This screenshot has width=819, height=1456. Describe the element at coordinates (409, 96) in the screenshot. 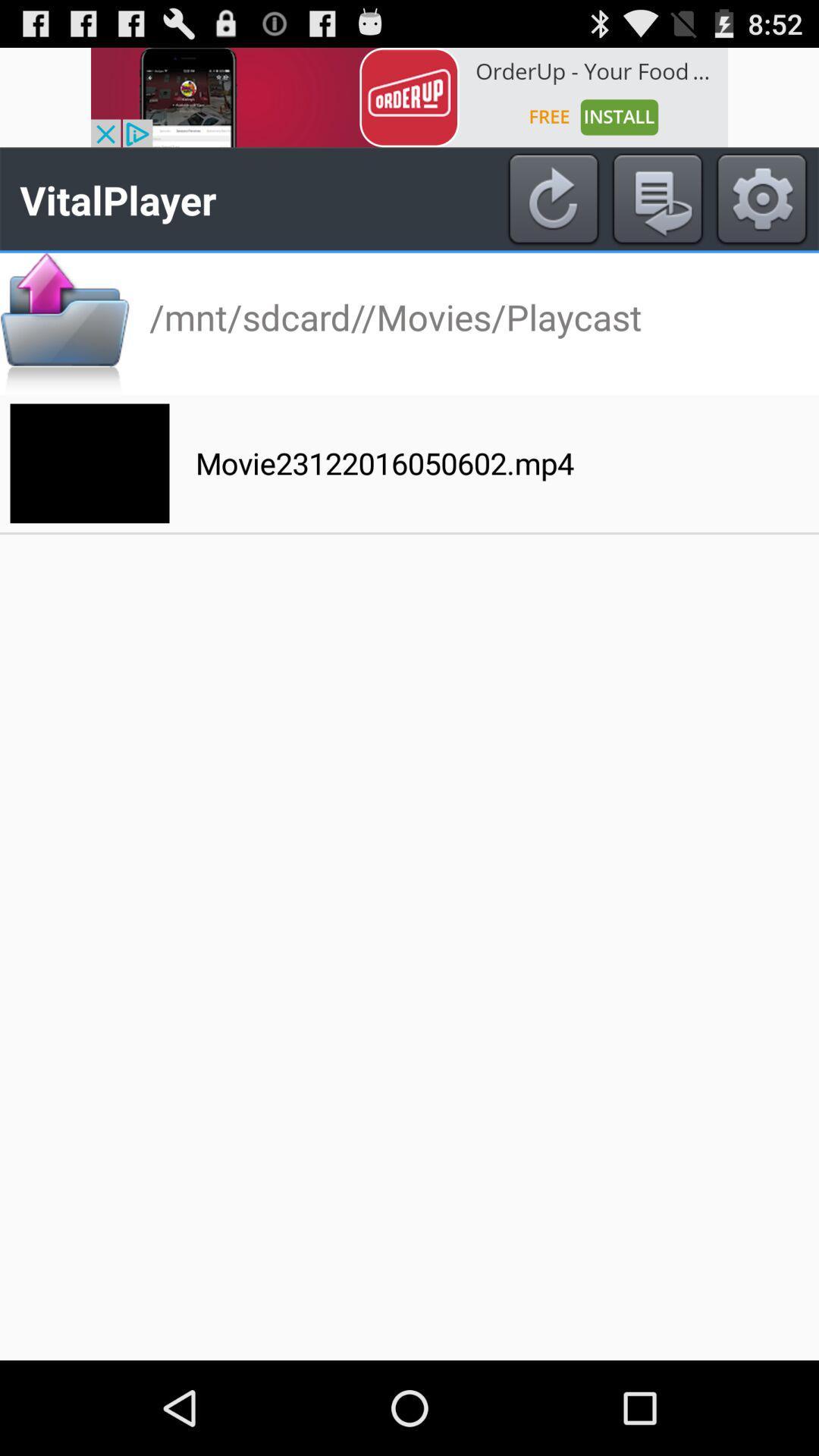

I see `advertisement` at that location.